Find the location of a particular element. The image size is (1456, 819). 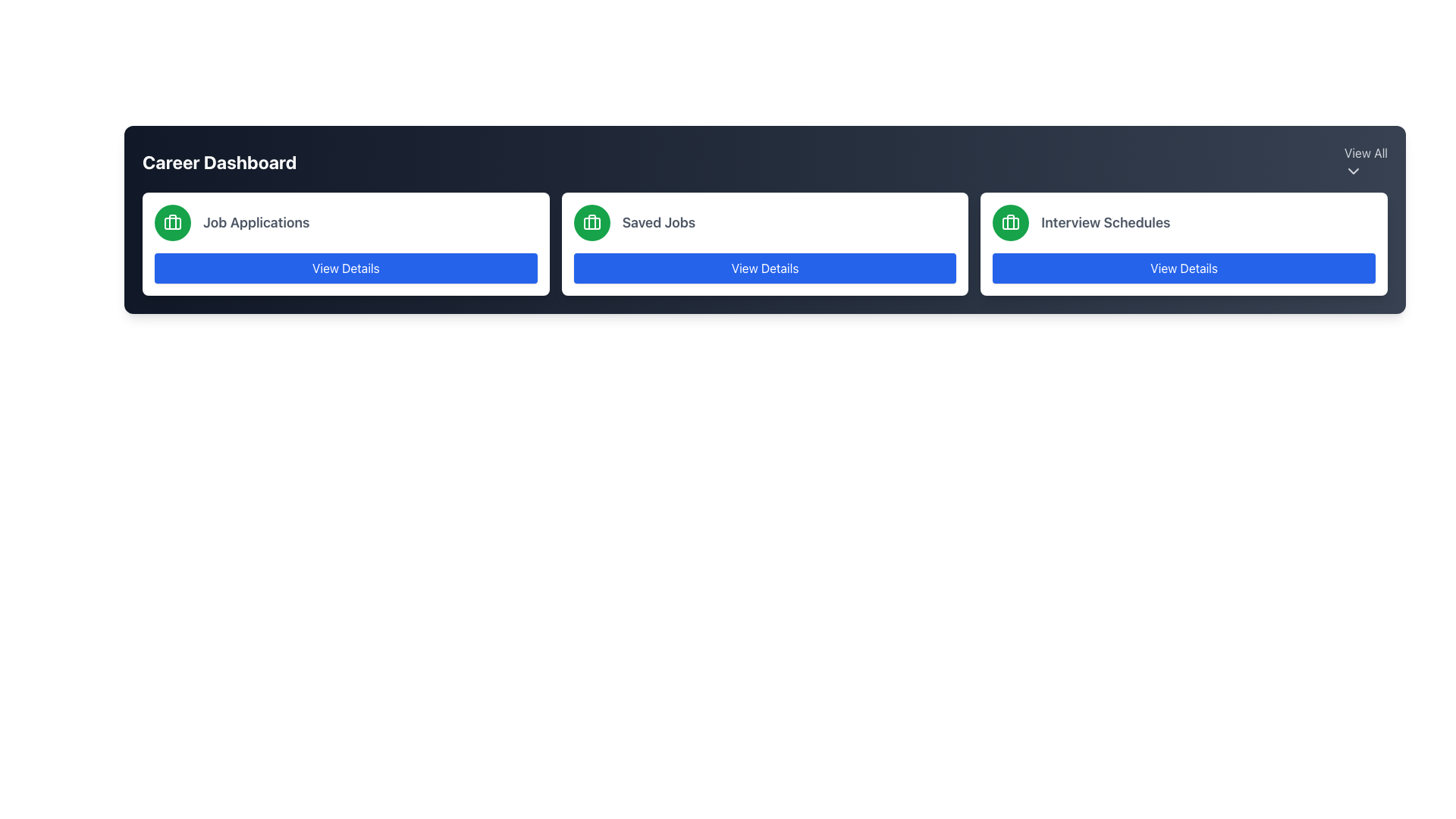

the blue 'View Details' button with white text located at the bottom of the 'Interview Schedules' card is located at coordinates (1183, 268).